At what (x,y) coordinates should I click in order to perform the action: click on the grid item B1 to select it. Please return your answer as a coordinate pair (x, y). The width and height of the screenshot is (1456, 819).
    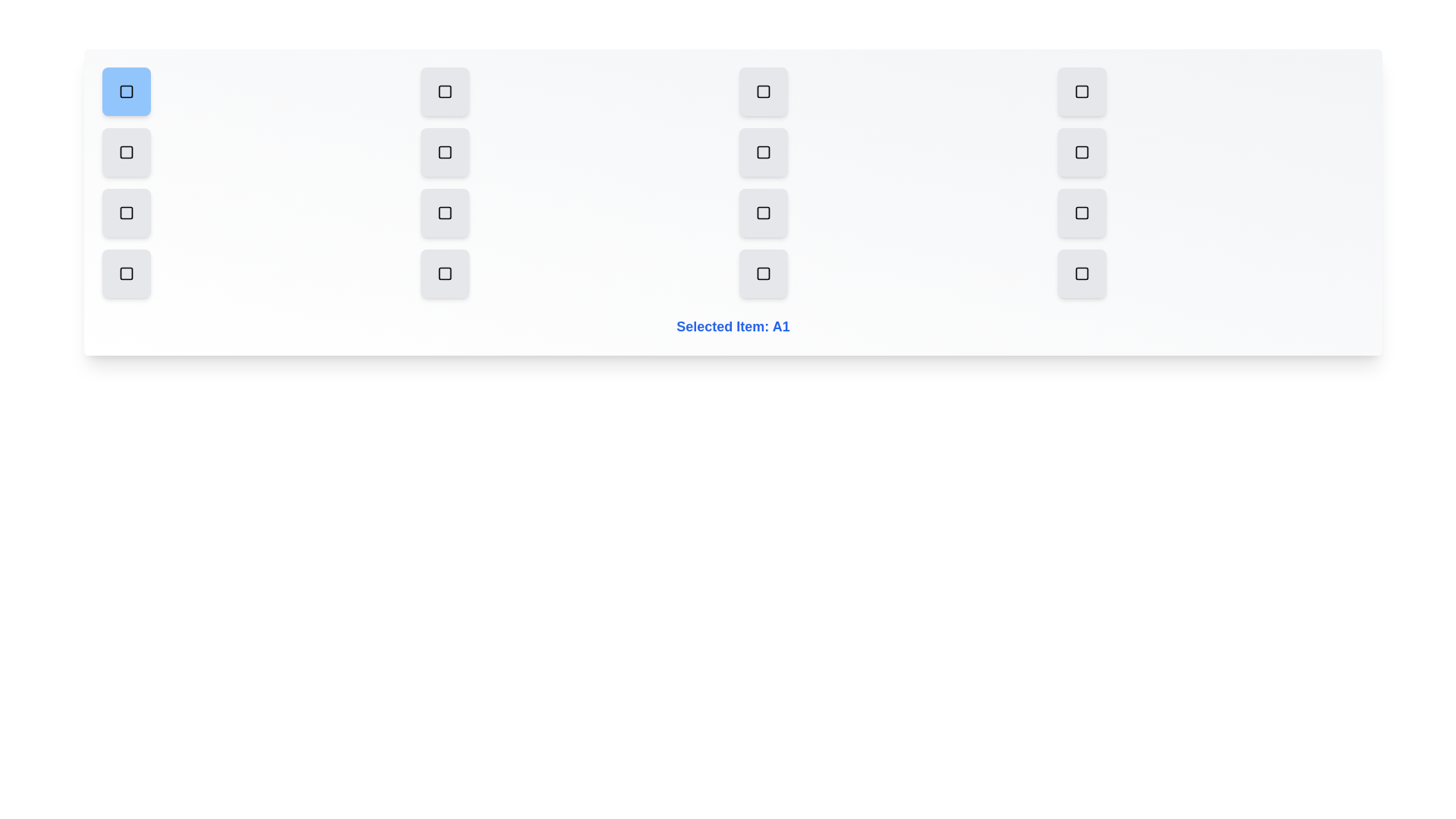
    Looking at the image, I should click on (127, 152).